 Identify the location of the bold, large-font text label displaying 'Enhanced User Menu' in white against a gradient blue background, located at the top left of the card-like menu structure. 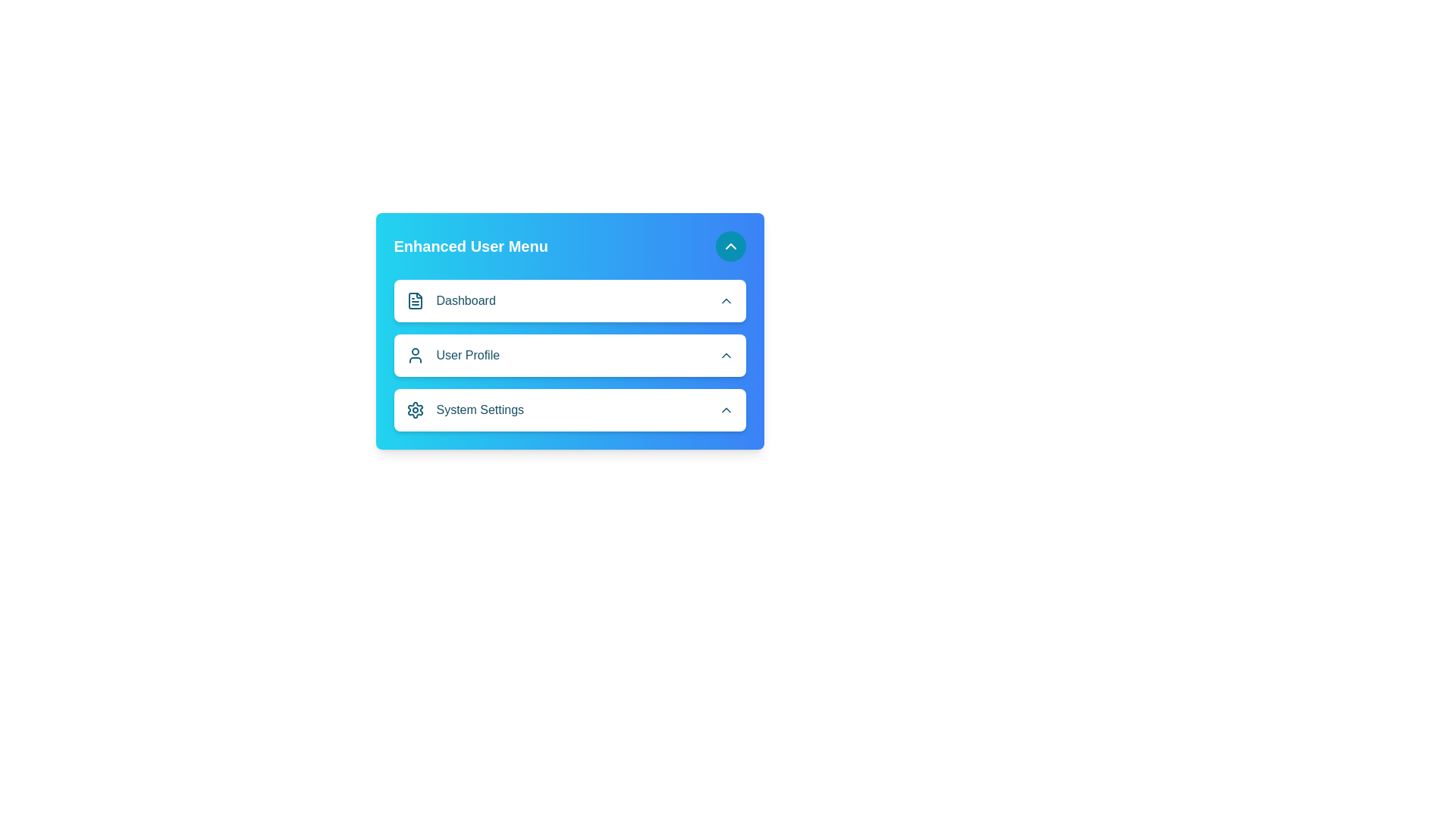
(470, 245).